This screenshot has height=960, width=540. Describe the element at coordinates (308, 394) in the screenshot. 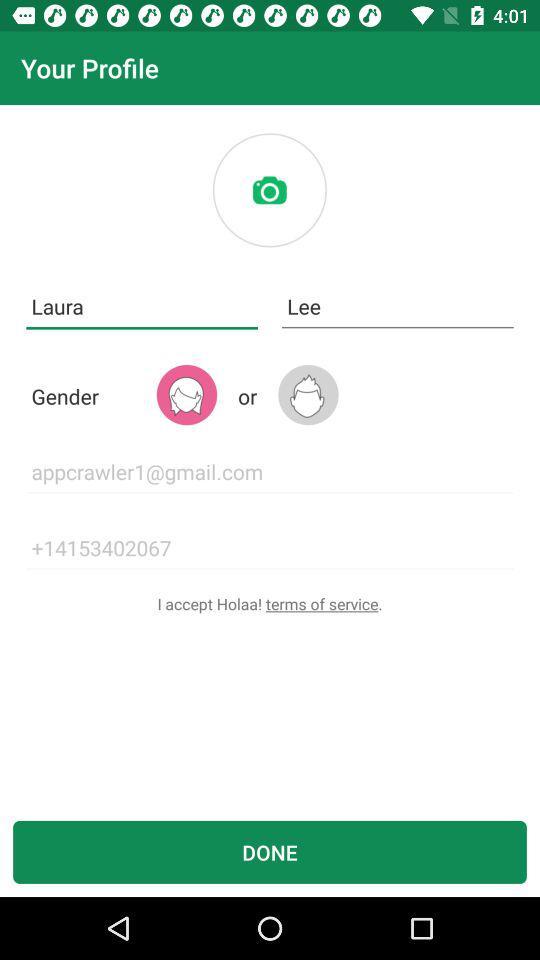

I see `for male` at that location.